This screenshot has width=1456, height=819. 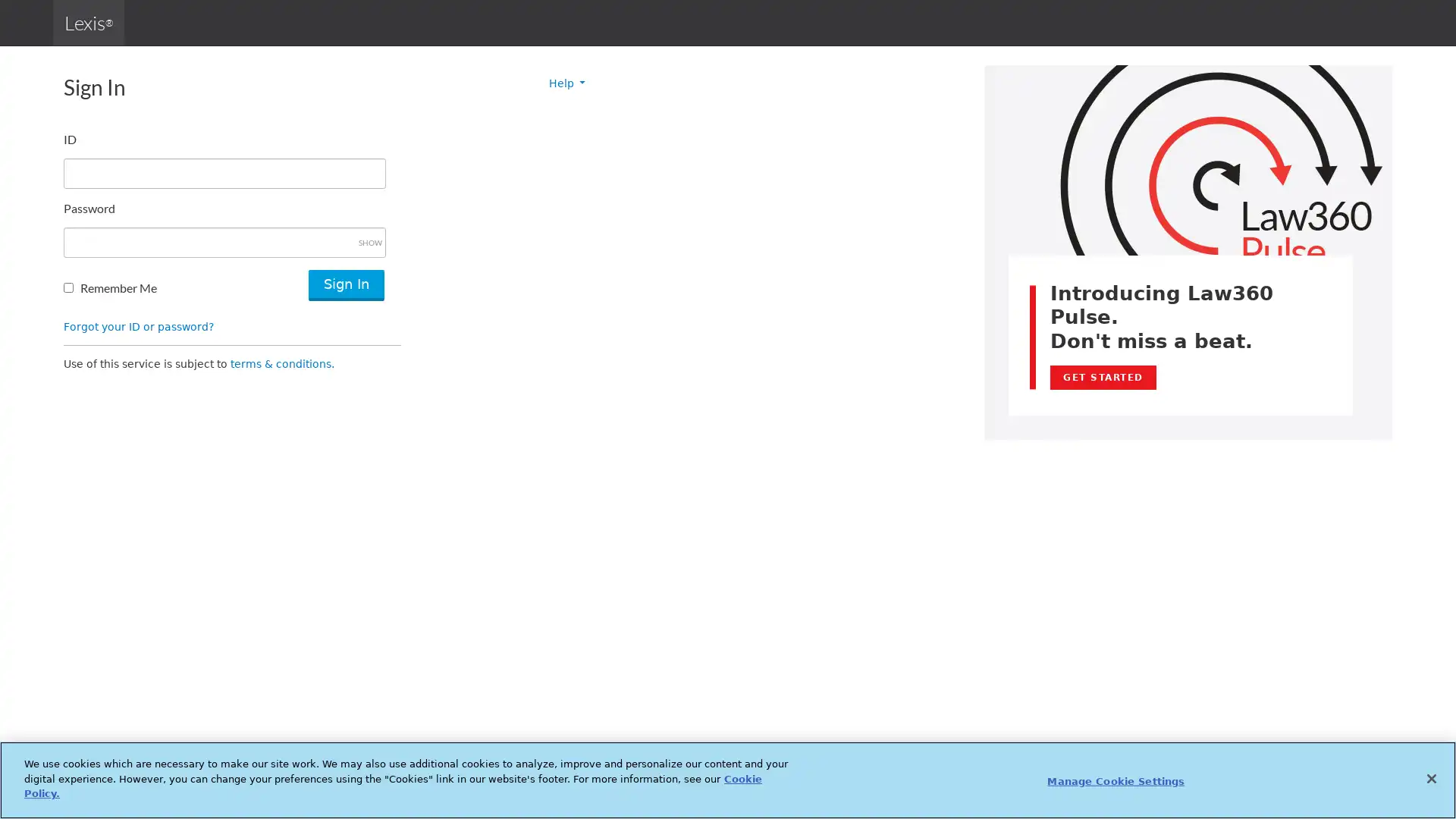 I want to click on Sign In, so click(x=345, y=285).